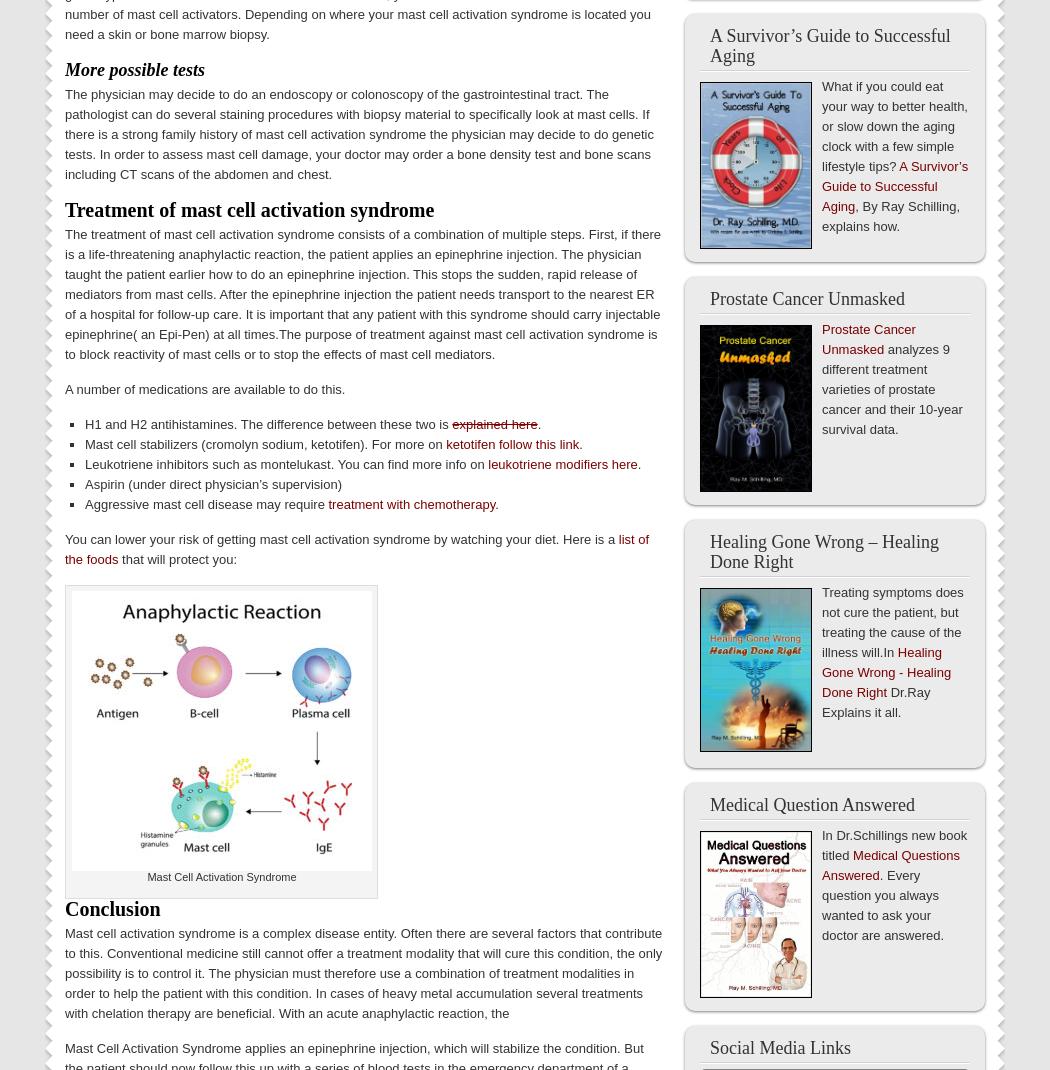 The height and width of the screenshot is (1070, 1050). What do you see at coordinates (177, 557) in the screenshot?
I see `'that will protect you:'` at bounding box center [177, 557].